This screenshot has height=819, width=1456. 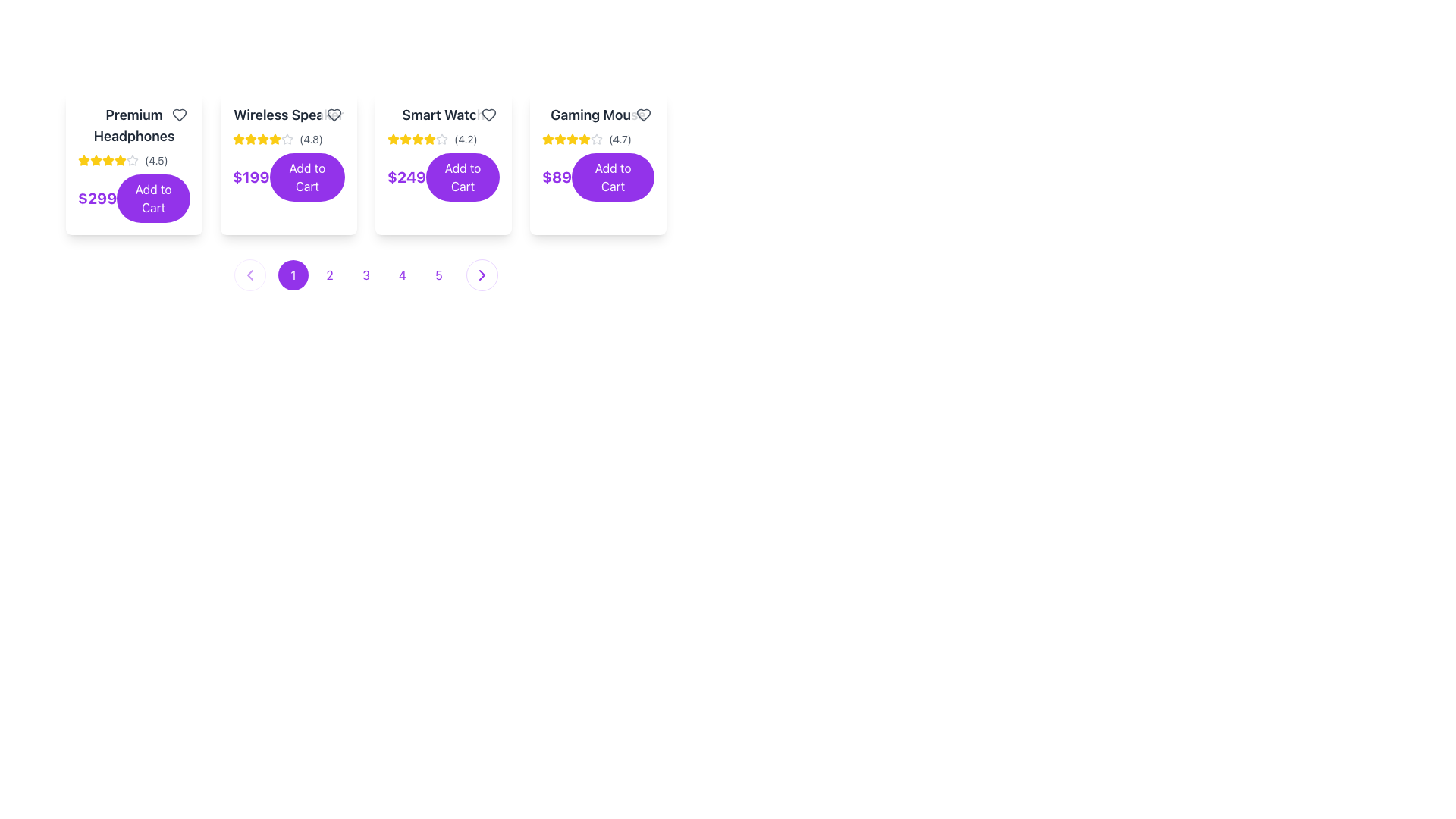 I want to click on the third star icon in the five-star rating bar of the 'Gaming Mouse' product card, which is the fourth card in the horizontally-aligned list, so click(x=548, y=139).